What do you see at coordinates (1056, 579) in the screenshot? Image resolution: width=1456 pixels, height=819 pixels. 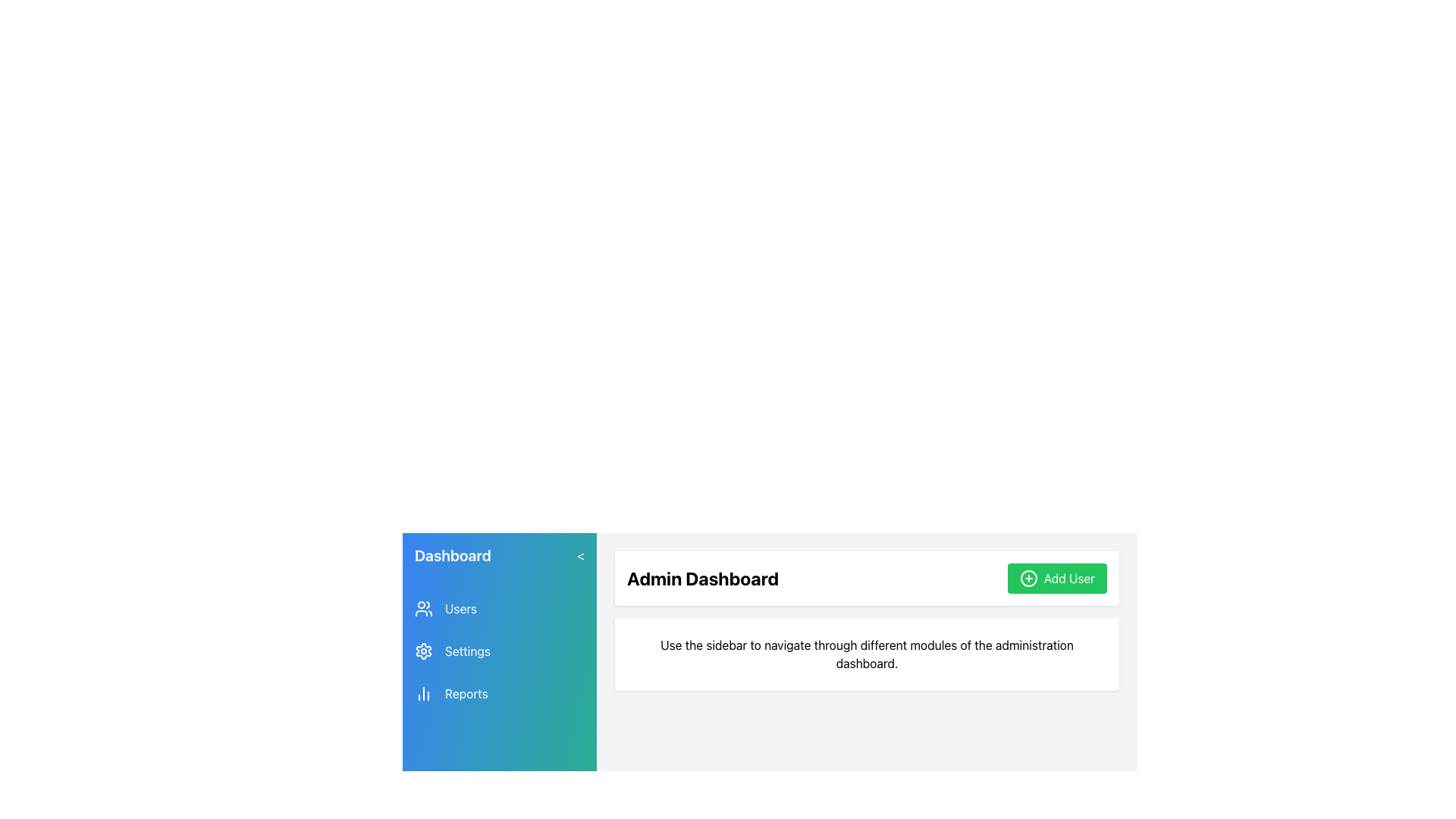 I see `the green rectangular button labeled 'Add User' with a '+' icon` at bounding box center [1056, 579].